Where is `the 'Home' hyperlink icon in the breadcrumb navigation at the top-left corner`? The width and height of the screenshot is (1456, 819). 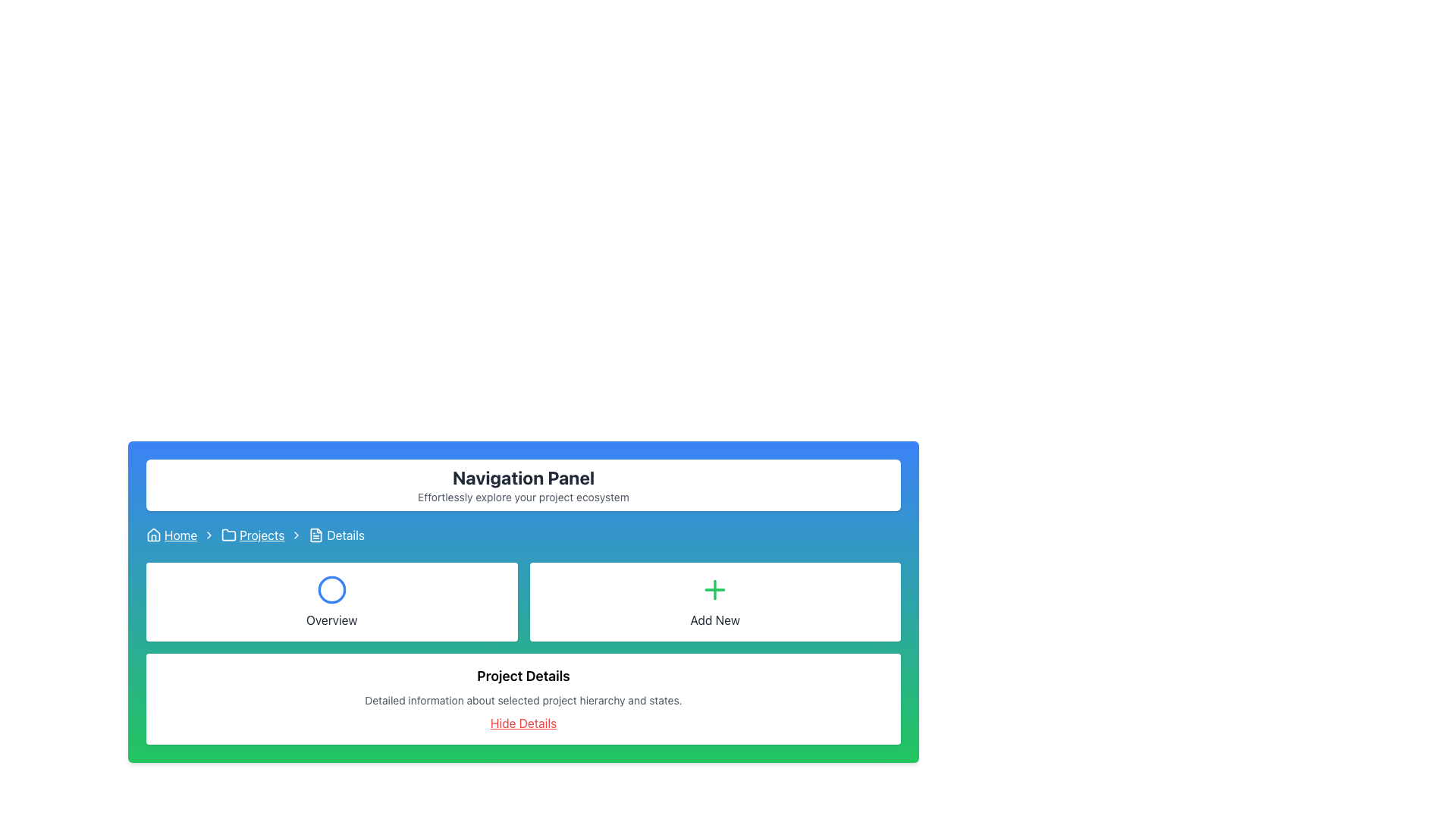 the 'Home' hyperlink icon in the breadcrumb navigation at the top-left corner is located at coordinates (171, 534).